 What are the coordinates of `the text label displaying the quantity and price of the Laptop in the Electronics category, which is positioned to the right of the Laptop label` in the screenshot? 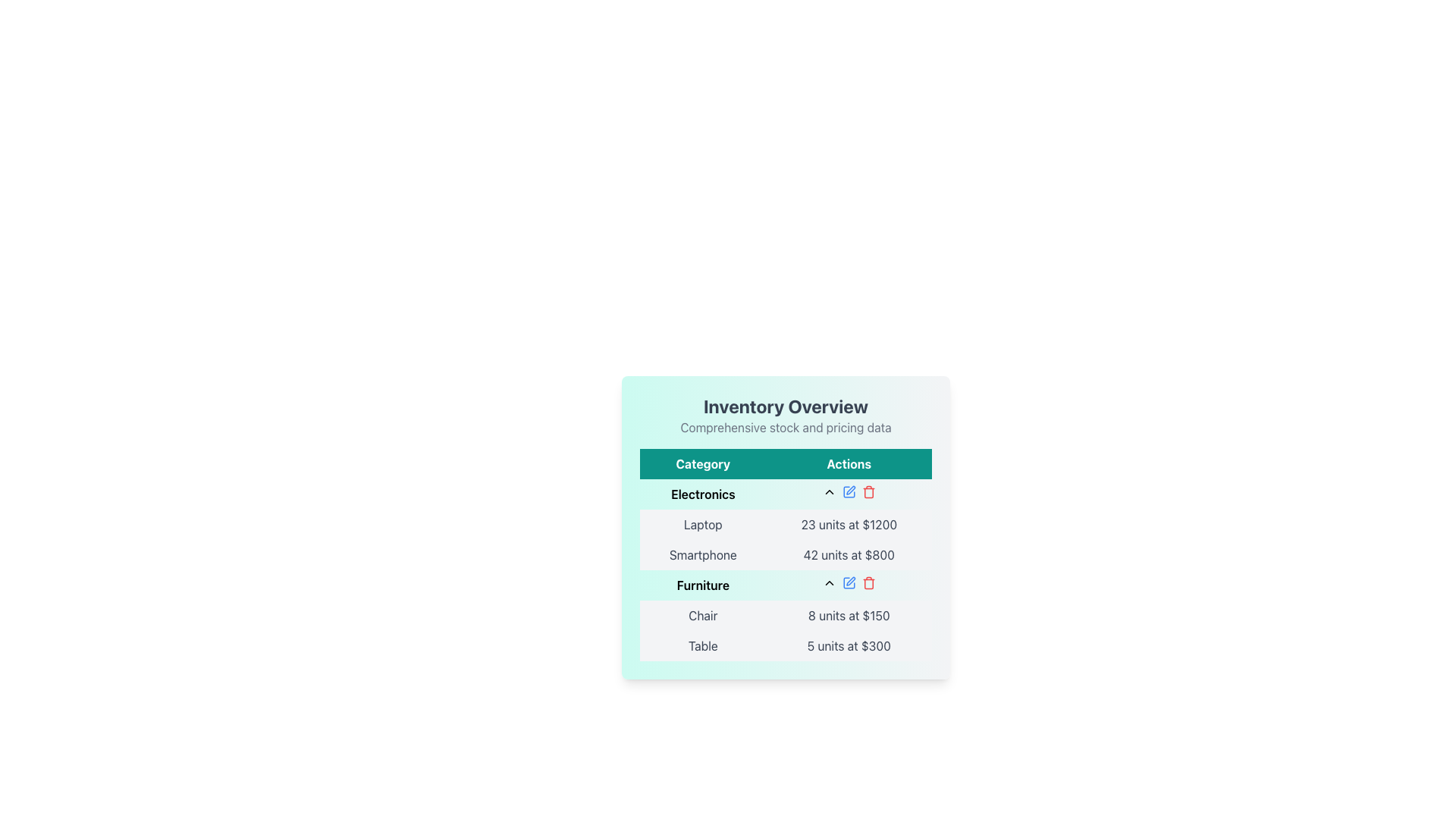 It's located at (848, 523).